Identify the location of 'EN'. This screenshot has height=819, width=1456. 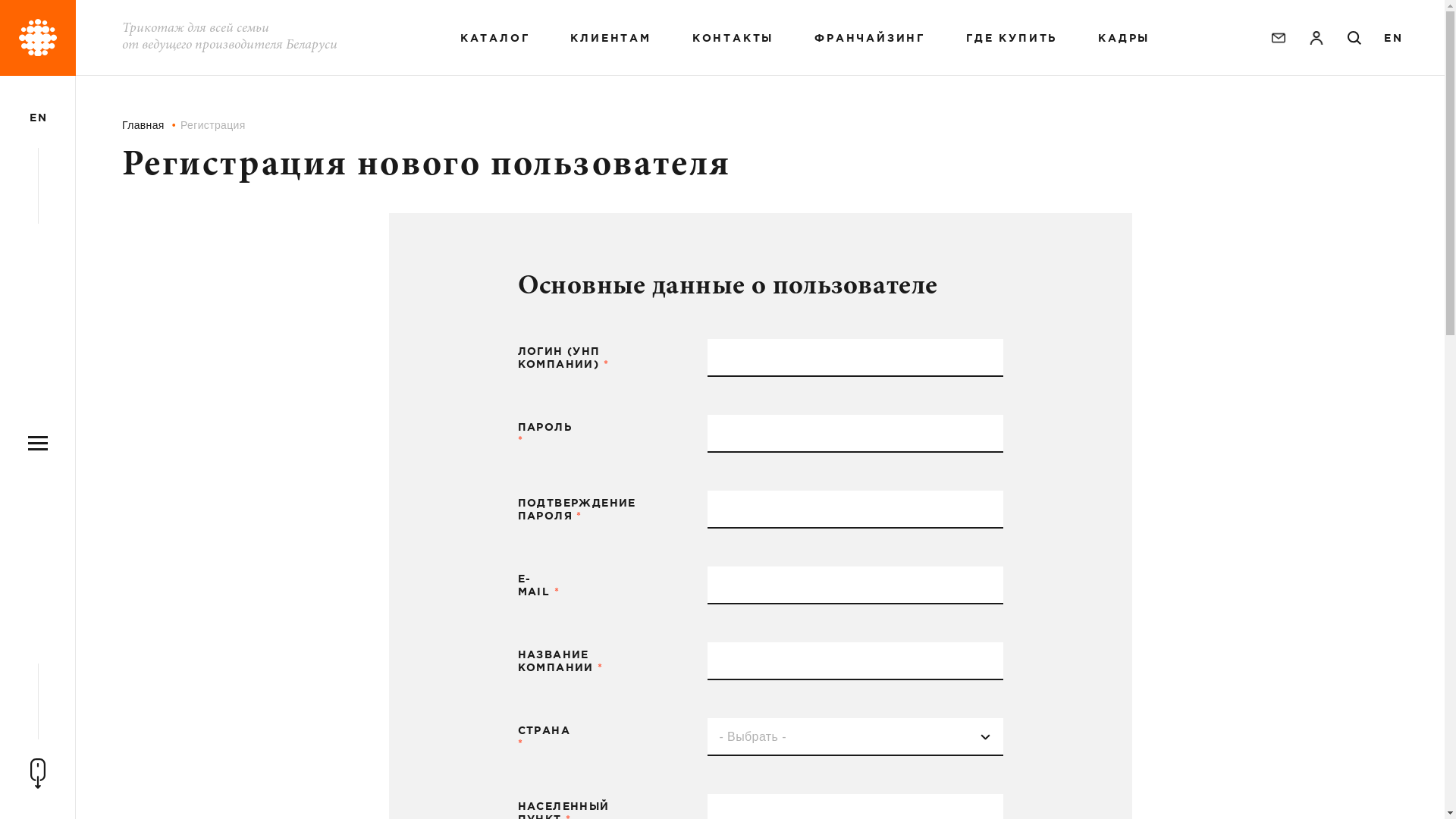
(1392, 37).